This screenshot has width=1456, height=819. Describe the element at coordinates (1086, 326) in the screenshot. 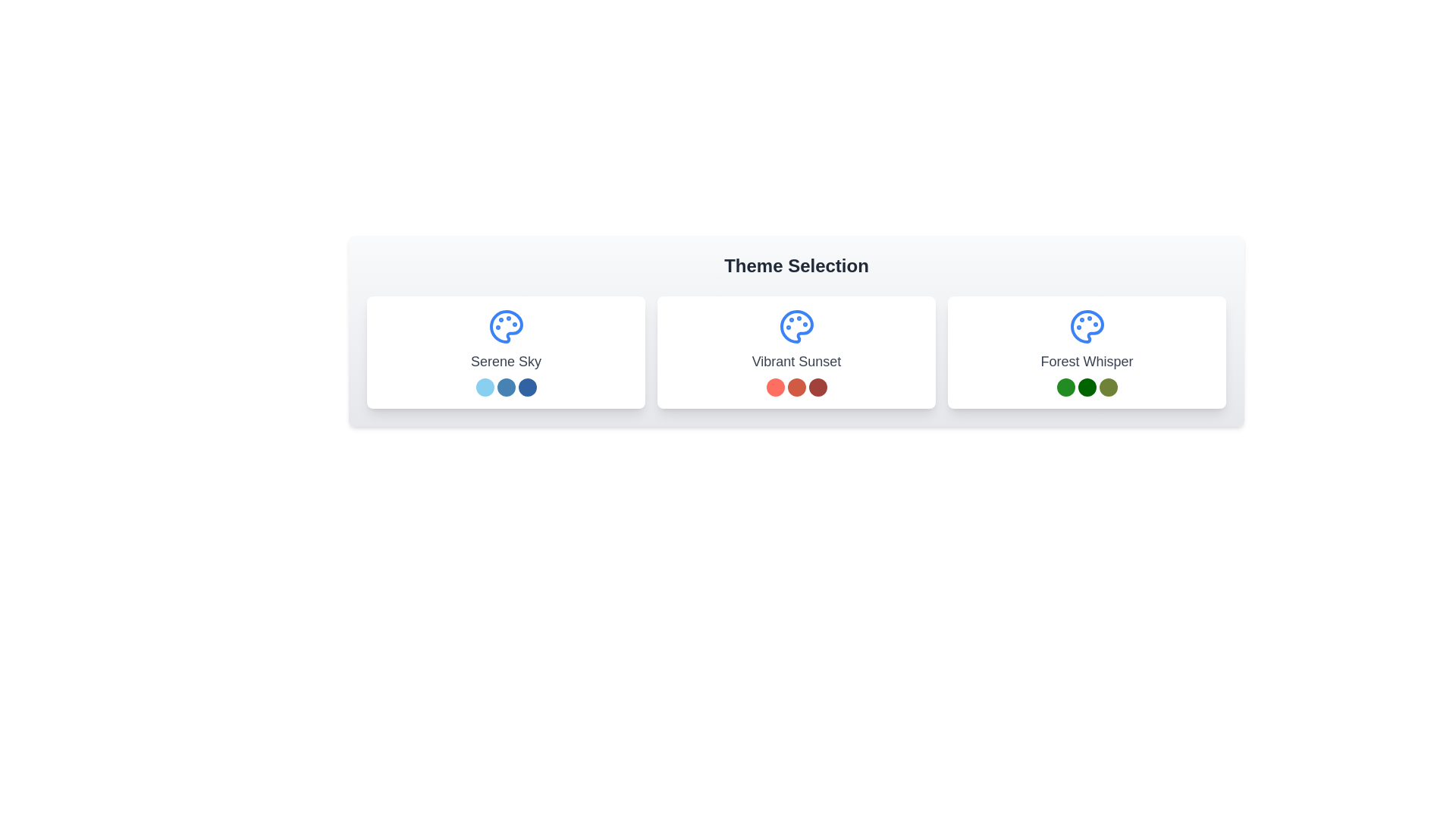

I see `the blue palette icon in the upper-middle section of the 'Forest Whisper' theme card` at that location.